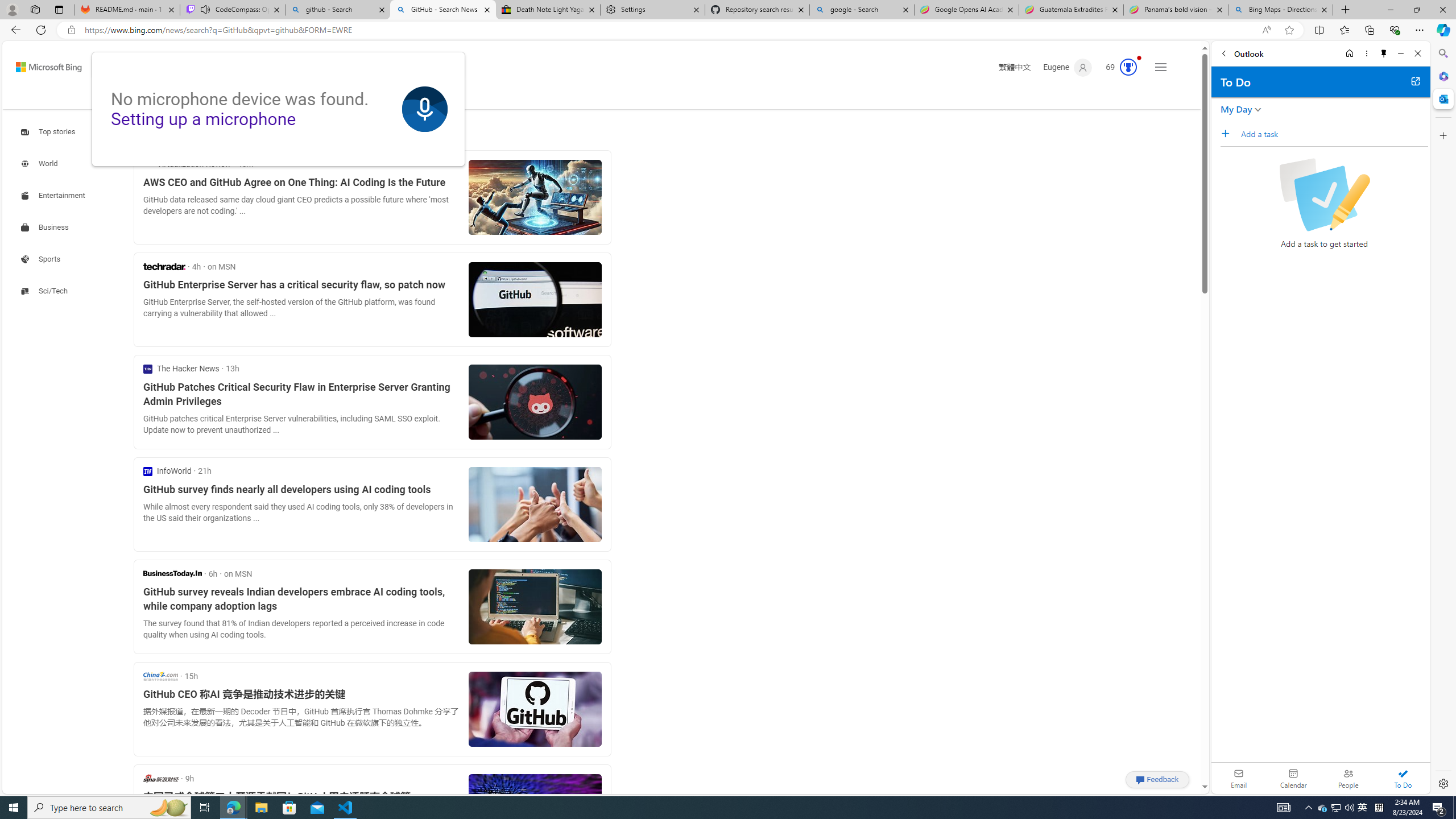  What do you see at coordinates (204, 9) in the screenshot?
I see `'Mute tab'` at bounding box center [204, 9].